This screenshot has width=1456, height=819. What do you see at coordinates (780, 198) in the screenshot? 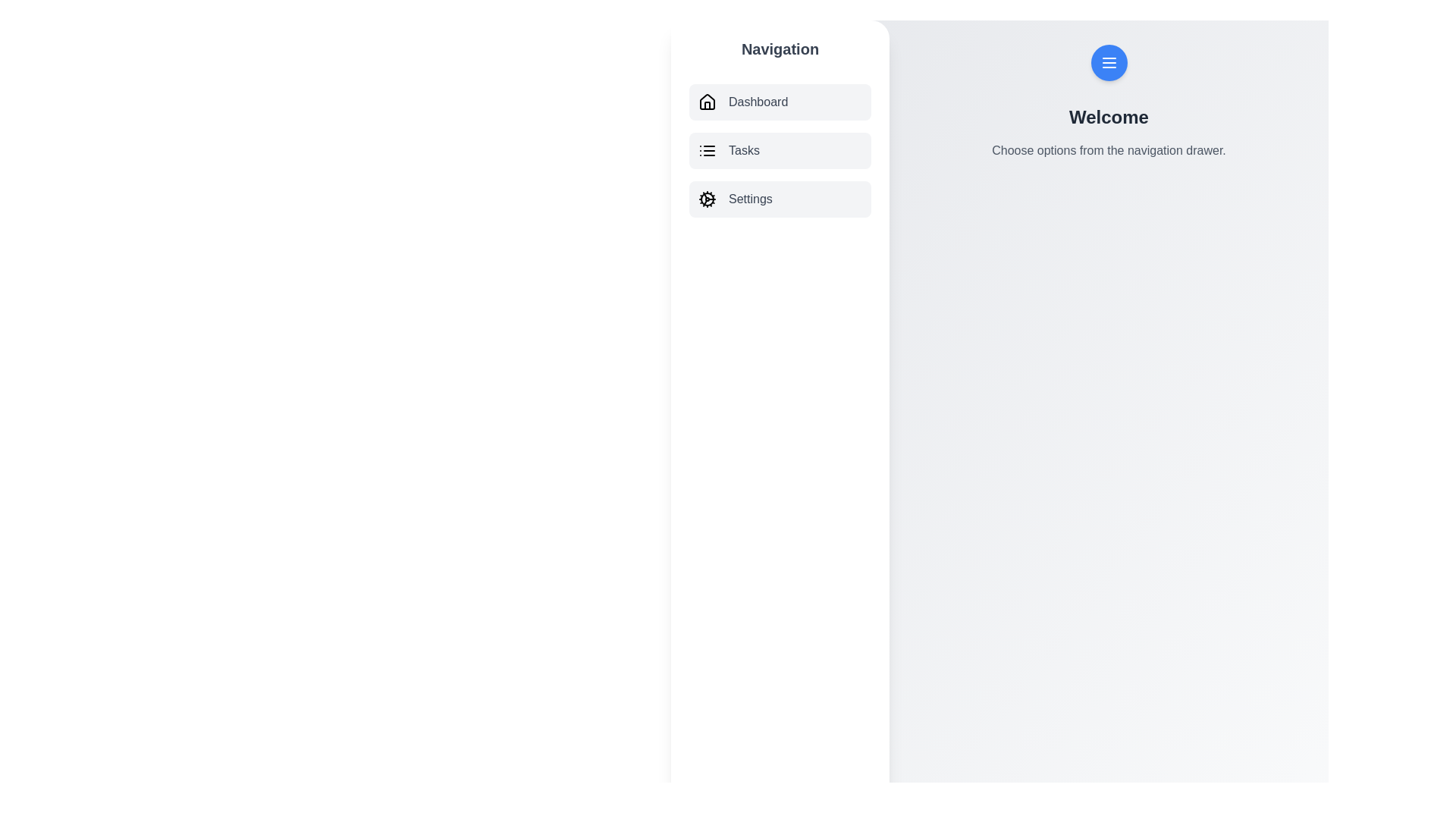
I see `the navigation item Settings from the drawer` at bounding box center [780, 198].